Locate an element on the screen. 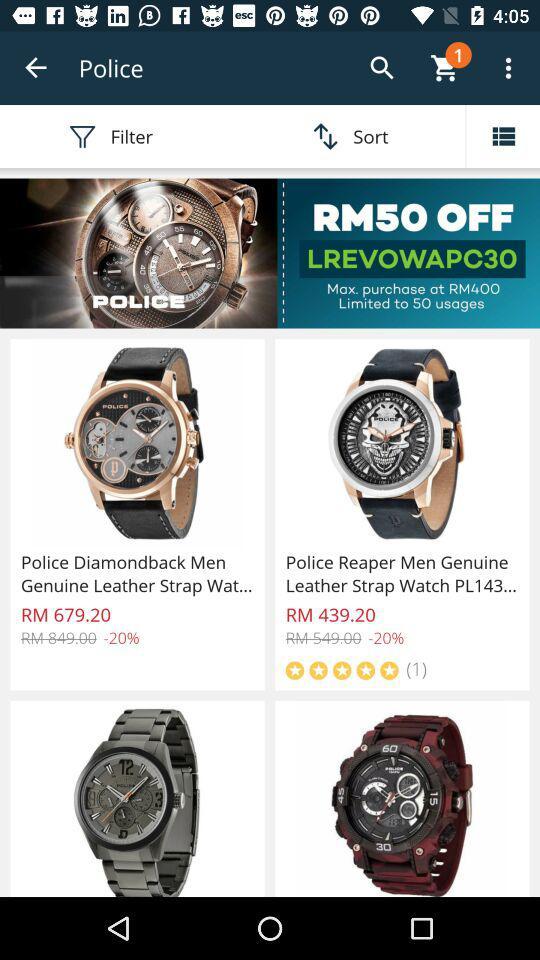 The width and height of the screenshot is (540, 960). the item above filter icon is located at coordinates (36, 68).